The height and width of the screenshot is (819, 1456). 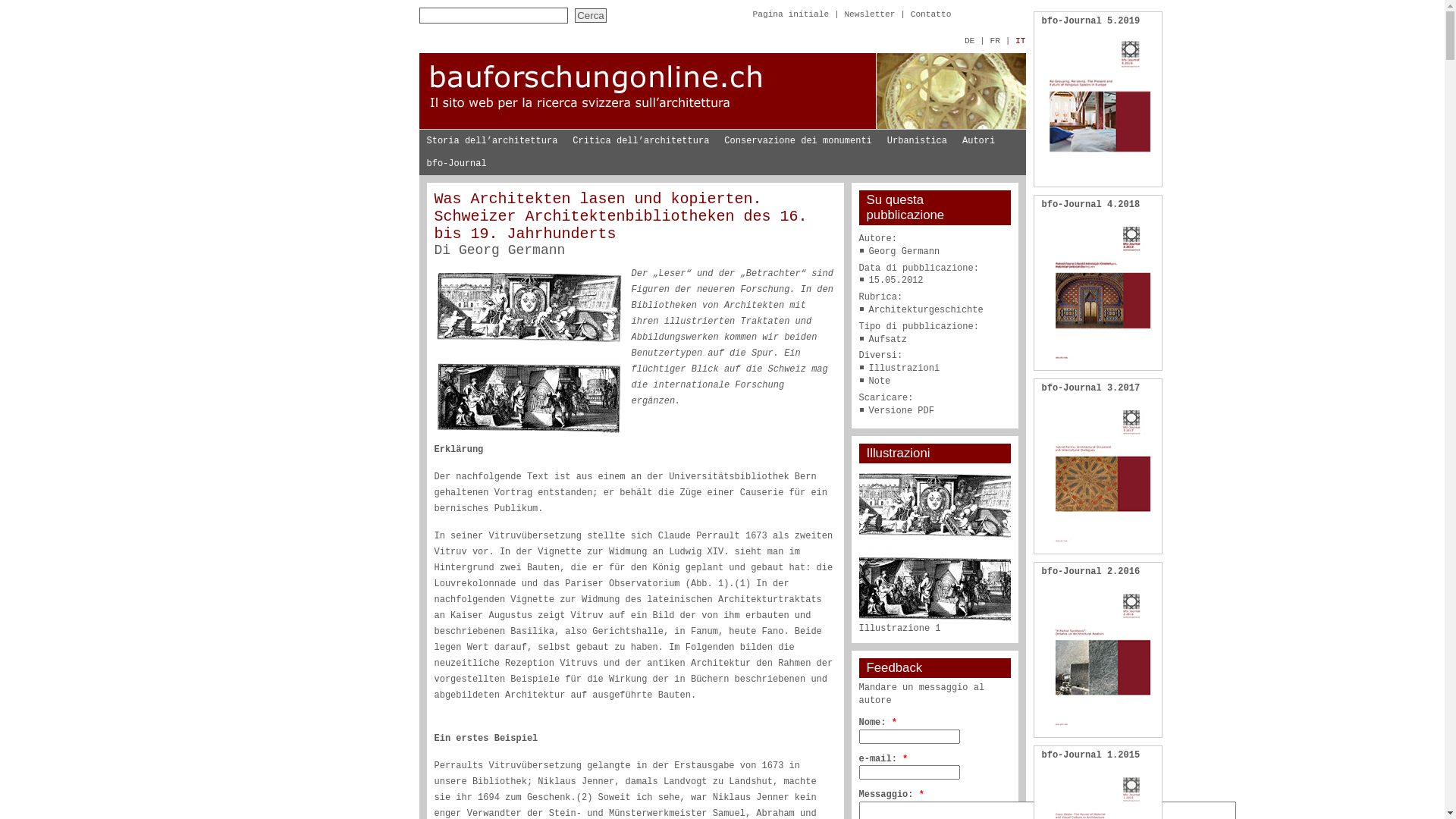 What do you see at coordinates (1090, 205) in the screenshot?
I see `'bfo-Journal 4.2018'` at bounding box center [1090, 205].